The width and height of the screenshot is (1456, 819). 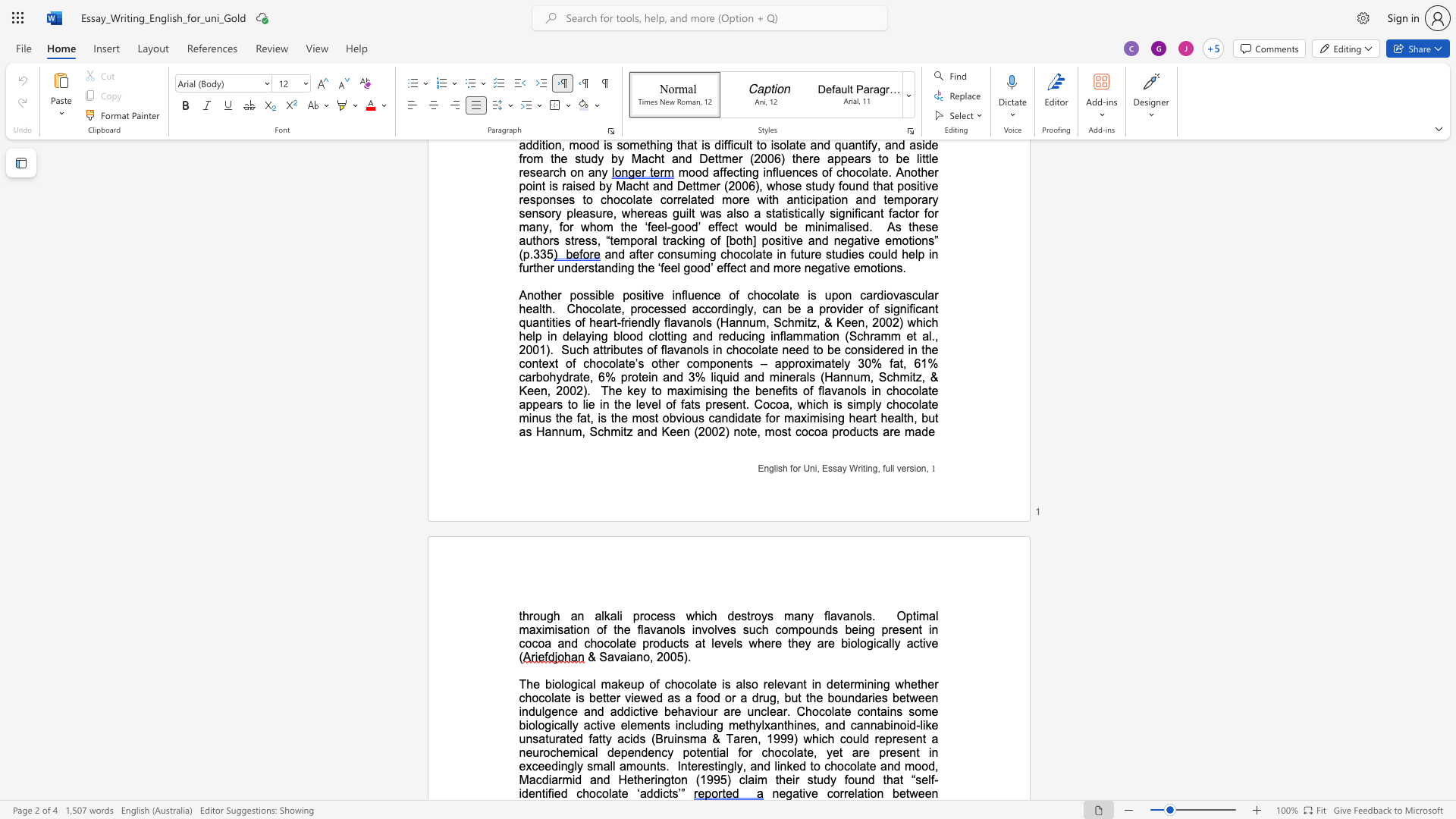 What do you see at coordinates (902, 363) in the screenshot?
I see `the space between the continuous character "t" and "," in the text` at bounding box center [902, 363].